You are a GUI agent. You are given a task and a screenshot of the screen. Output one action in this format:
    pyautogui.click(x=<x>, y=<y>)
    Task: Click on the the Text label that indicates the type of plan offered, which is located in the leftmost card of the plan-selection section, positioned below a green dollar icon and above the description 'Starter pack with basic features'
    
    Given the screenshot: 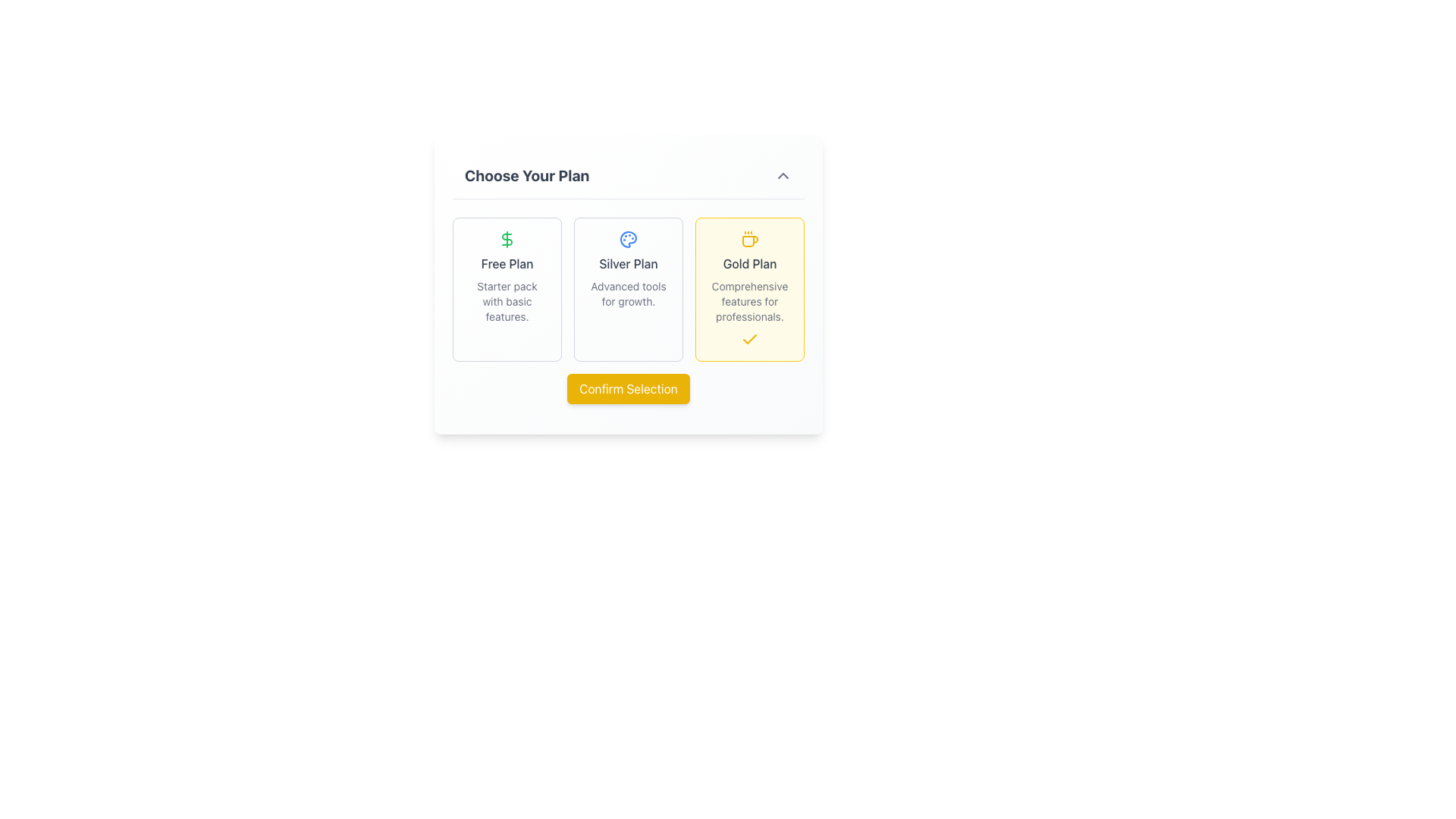 What is the action you would take?
    pyautogui.click(x=507, y=262)
    